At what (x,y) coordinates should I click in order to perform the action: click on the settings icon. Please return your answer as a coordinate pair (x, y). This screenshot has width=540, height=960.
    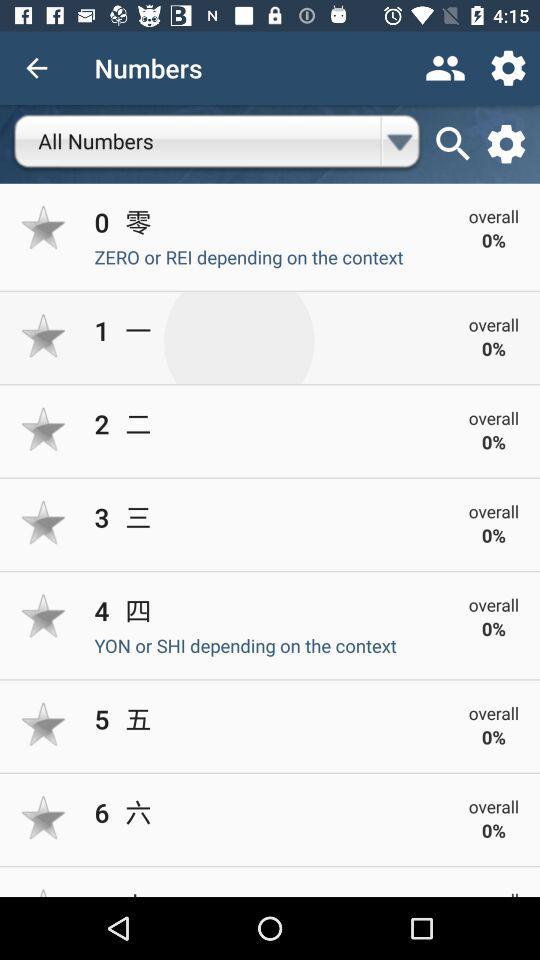
    Looking at the image, I should click on (505, 143).